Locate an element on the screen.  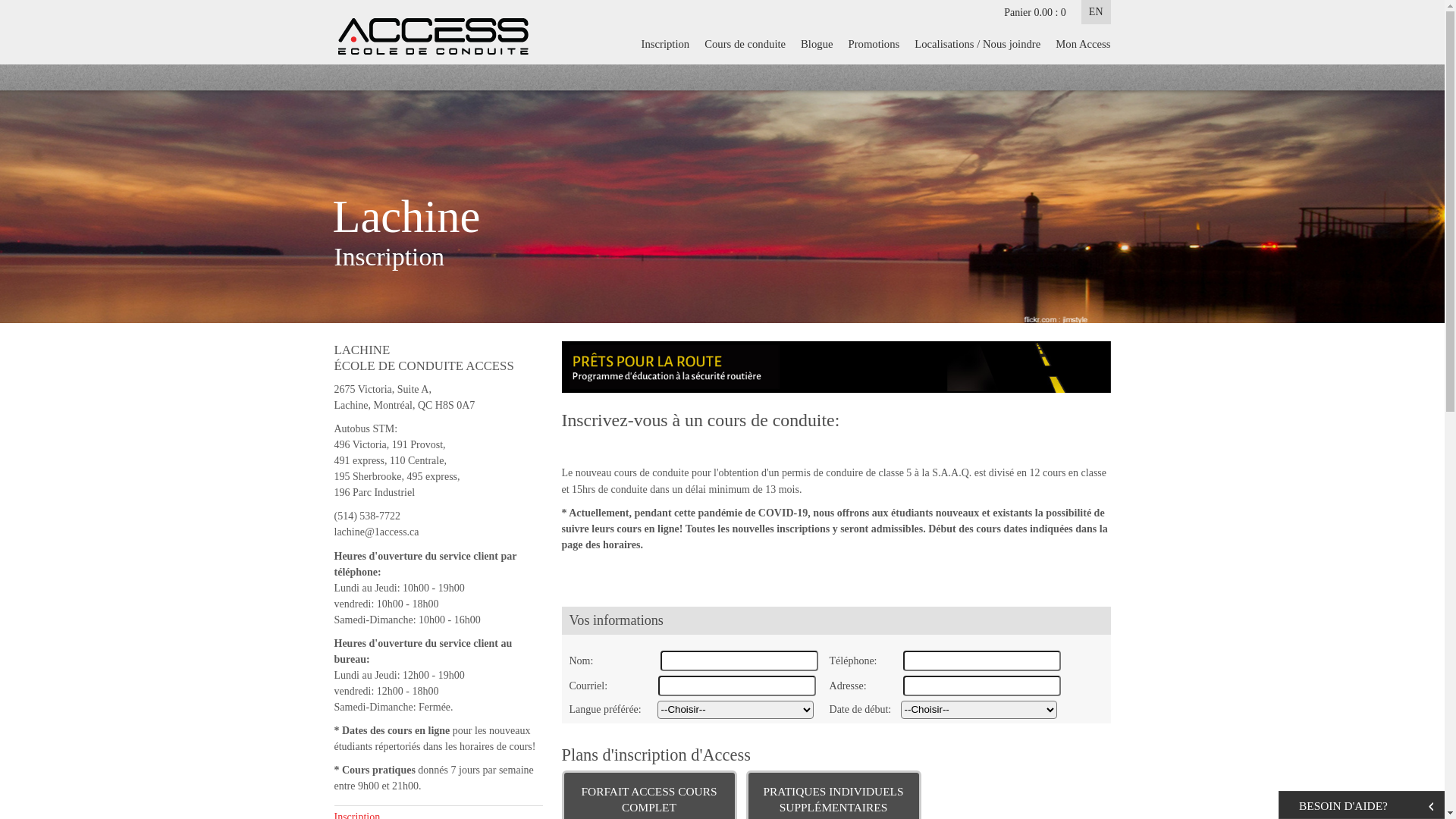
'Promotions' is located at coordinates (839, 42).